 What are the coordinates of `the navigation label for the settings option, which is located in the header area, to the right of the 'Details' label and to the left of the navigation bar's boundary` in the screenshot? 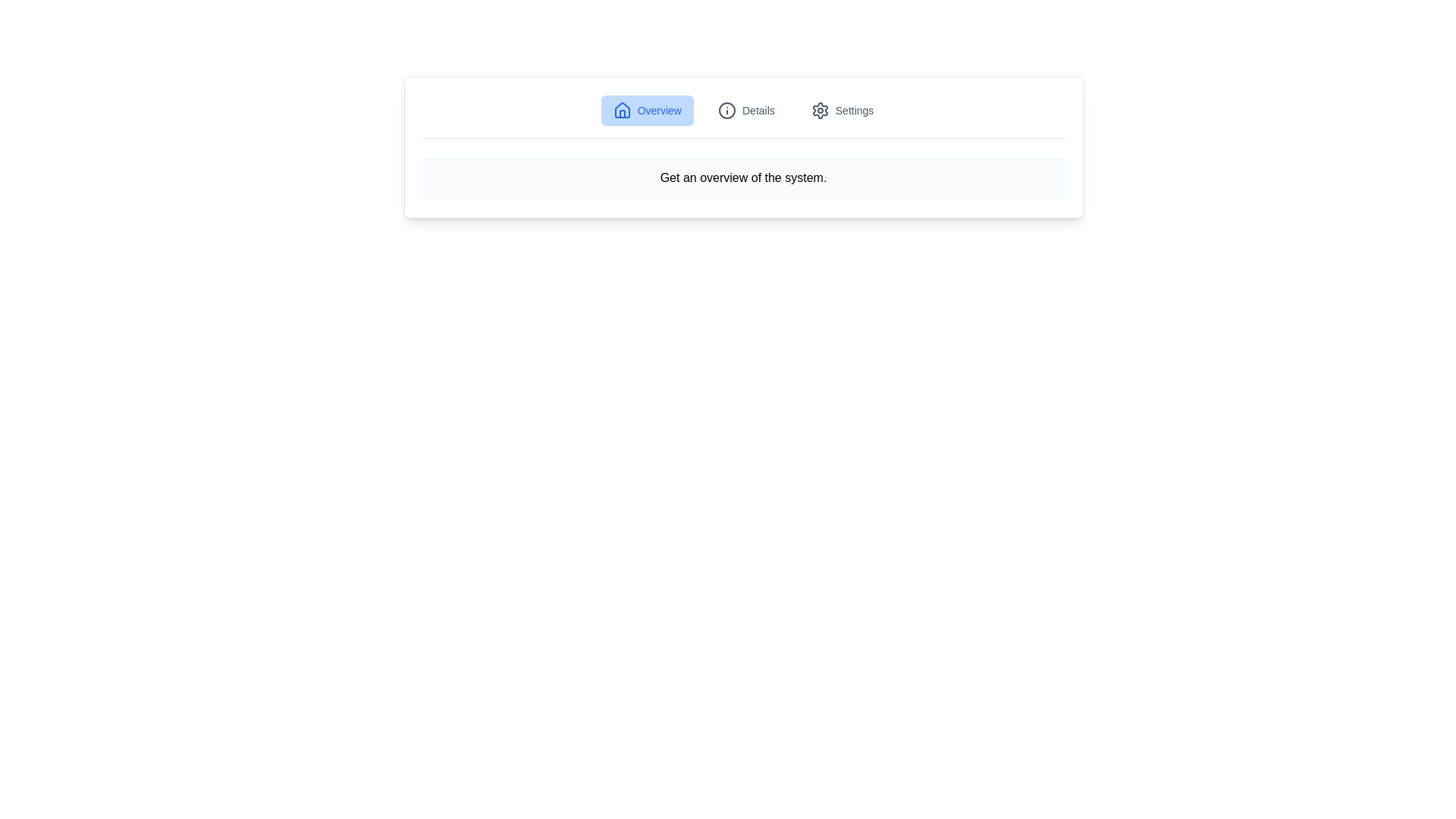 It's located at (855, 110).